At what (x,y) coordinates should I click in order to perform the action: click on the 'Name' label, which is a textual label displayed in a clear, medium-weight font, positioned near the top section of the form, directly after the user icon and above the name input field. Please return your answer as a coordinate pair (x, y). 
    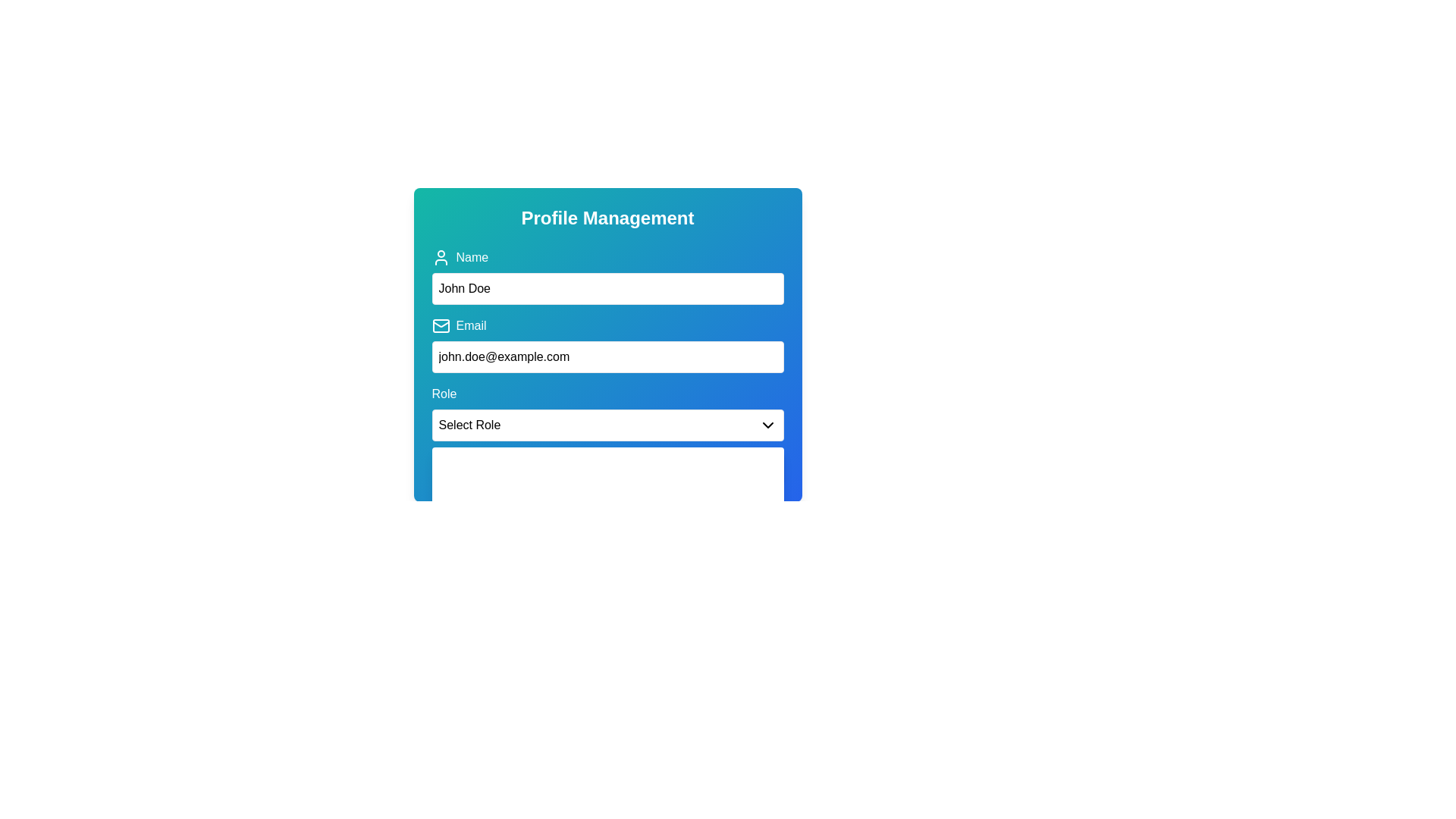
    Looking at the image, I should click on (471, 256).